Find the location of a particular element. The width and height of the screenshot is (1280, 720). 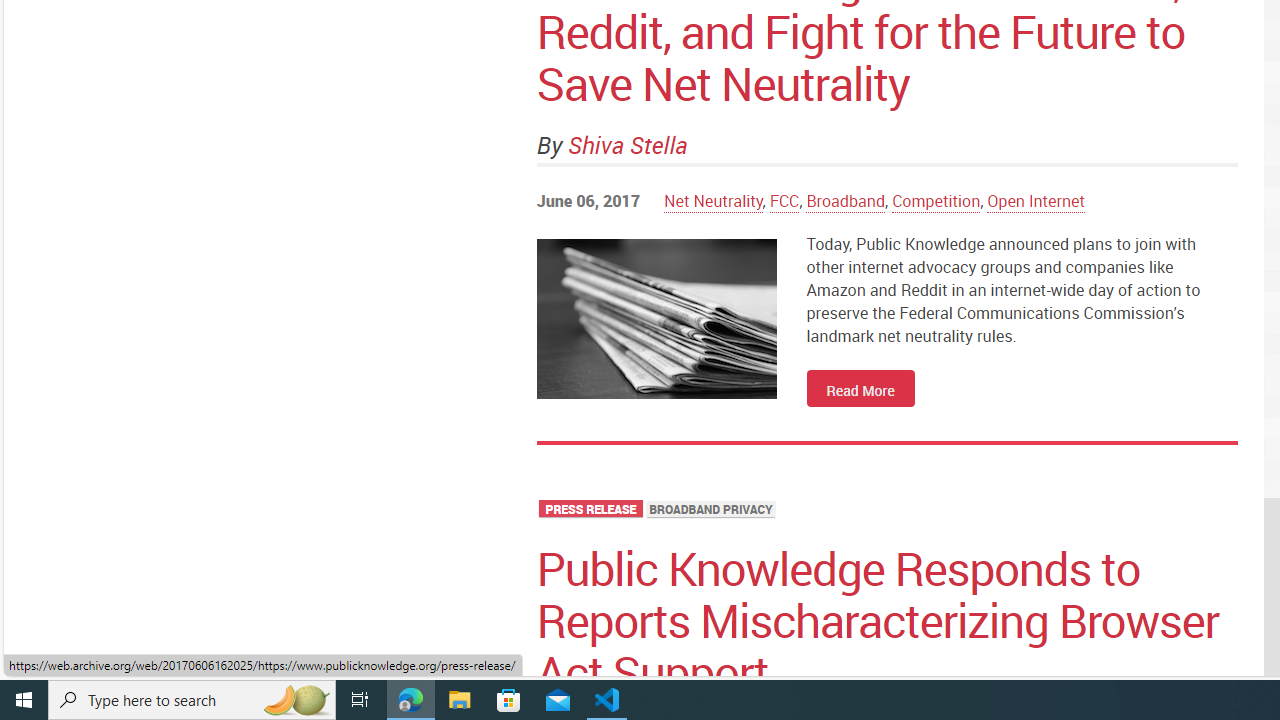

' img' is located at coordinates (656, 317).